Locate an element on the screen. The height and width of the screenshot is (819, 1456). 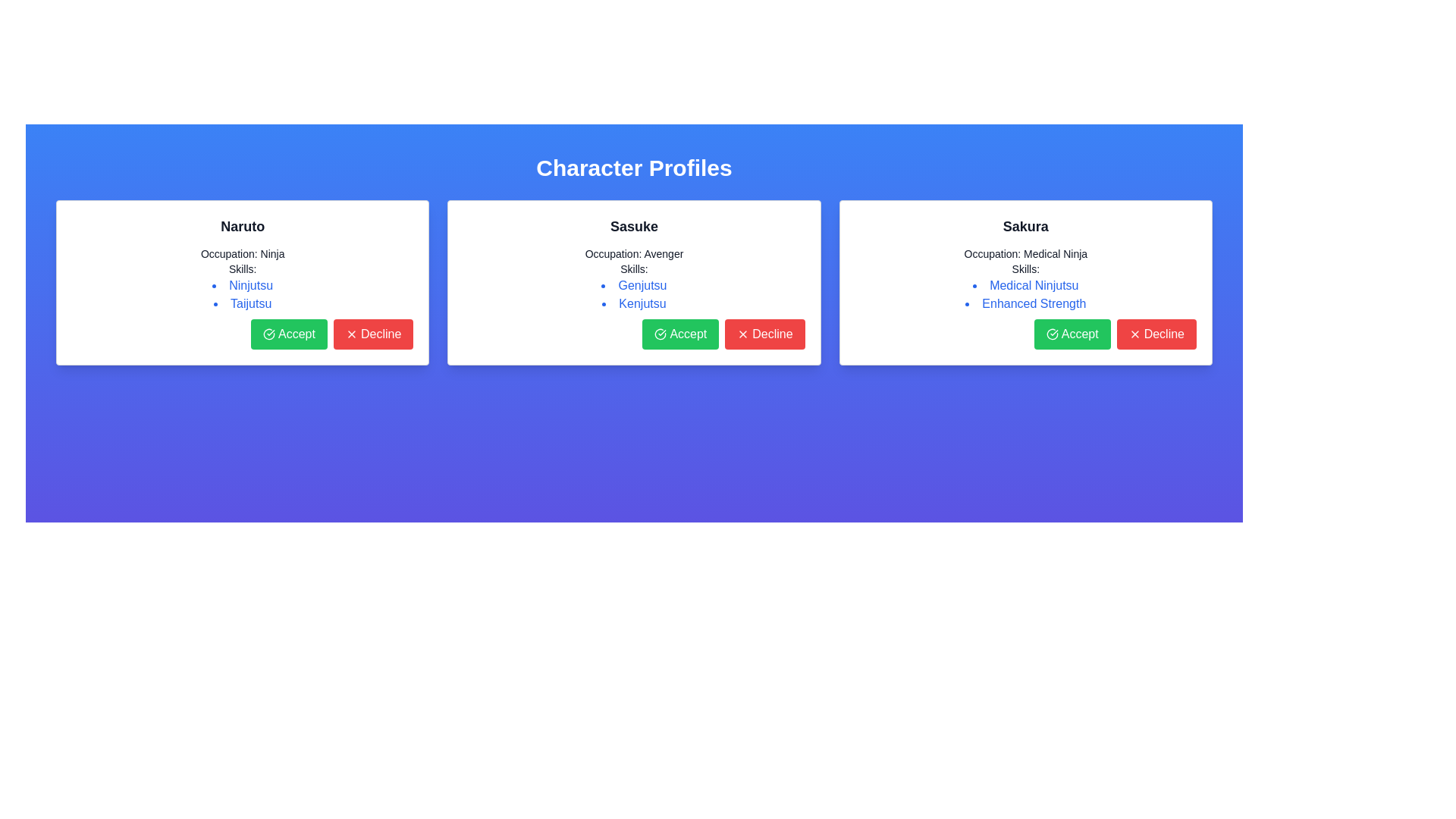
the static text element reading 'Occupation: Ninja' located in the leftmost profile card, positioned directly below the character name 'Naruto' is located at coordinates (243, 253).